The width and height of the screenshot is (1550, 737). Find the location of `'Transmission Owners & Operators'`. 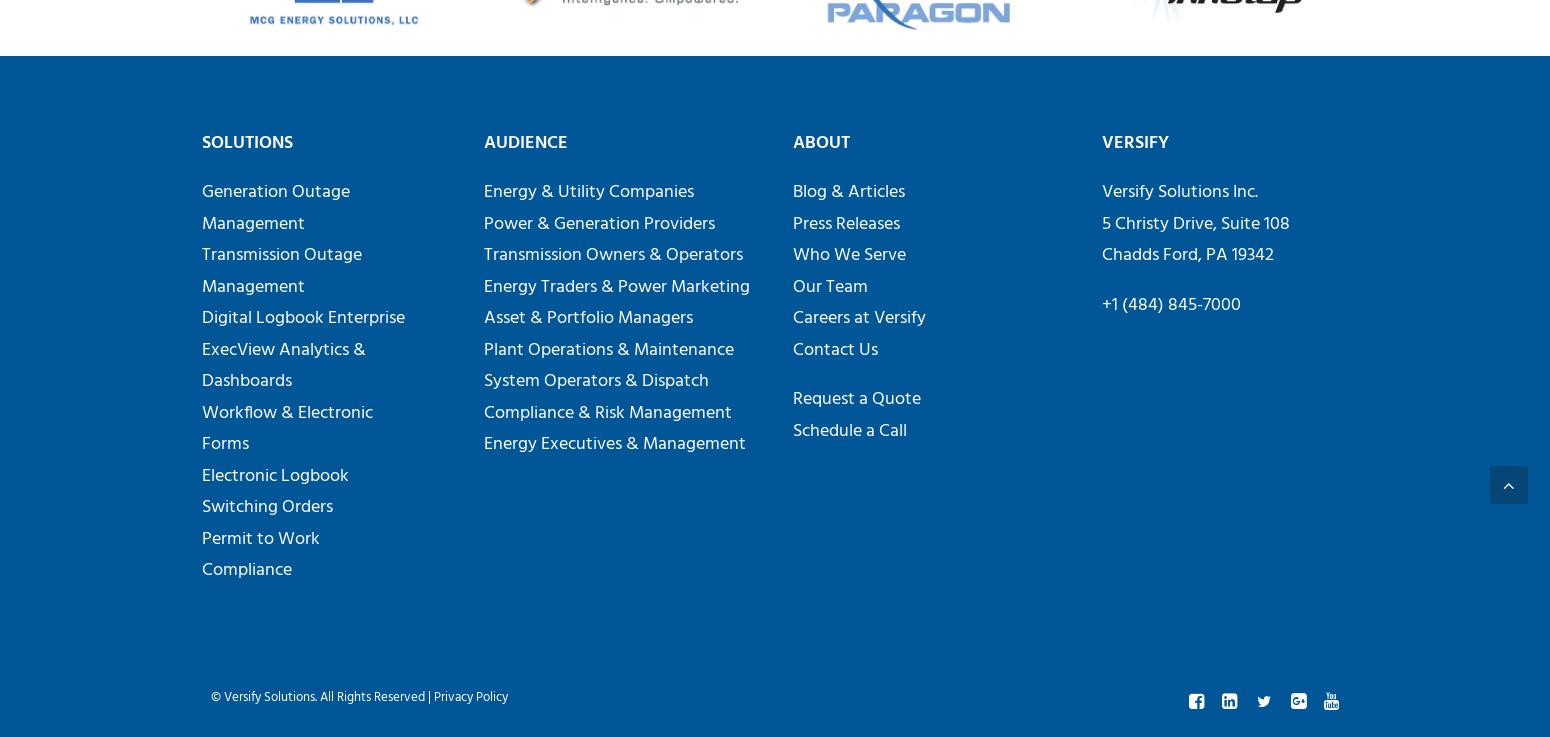

'Transmission Owners & Operators' is located at coordinates (613, 254).